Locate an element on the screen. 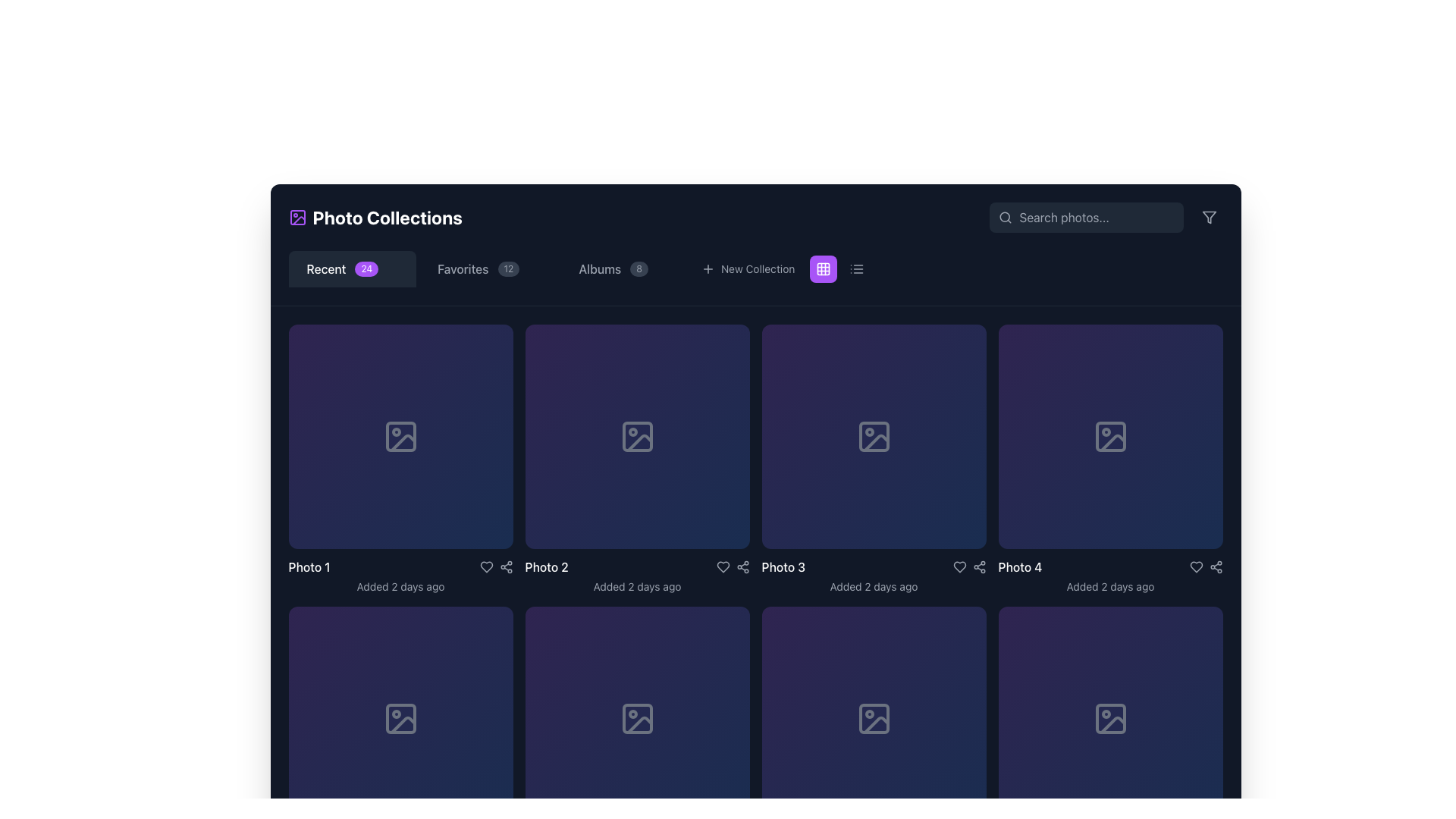  information displayed in the Metadata component located below Photo 3, which shows the photo's label and addition date is located at coordinates (874, 576).